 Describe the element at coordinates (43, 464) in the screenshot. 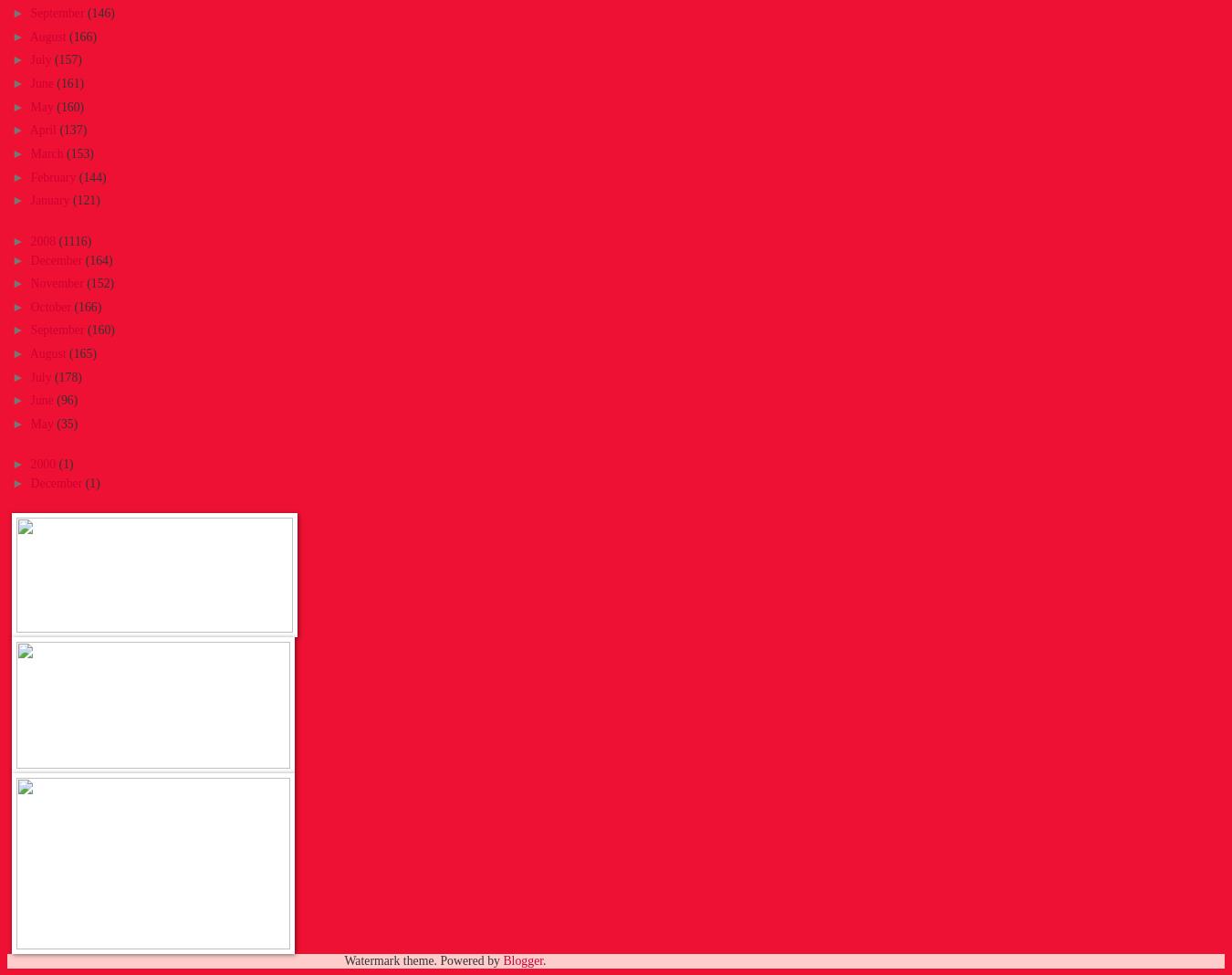

I see `'2000'` at that location.